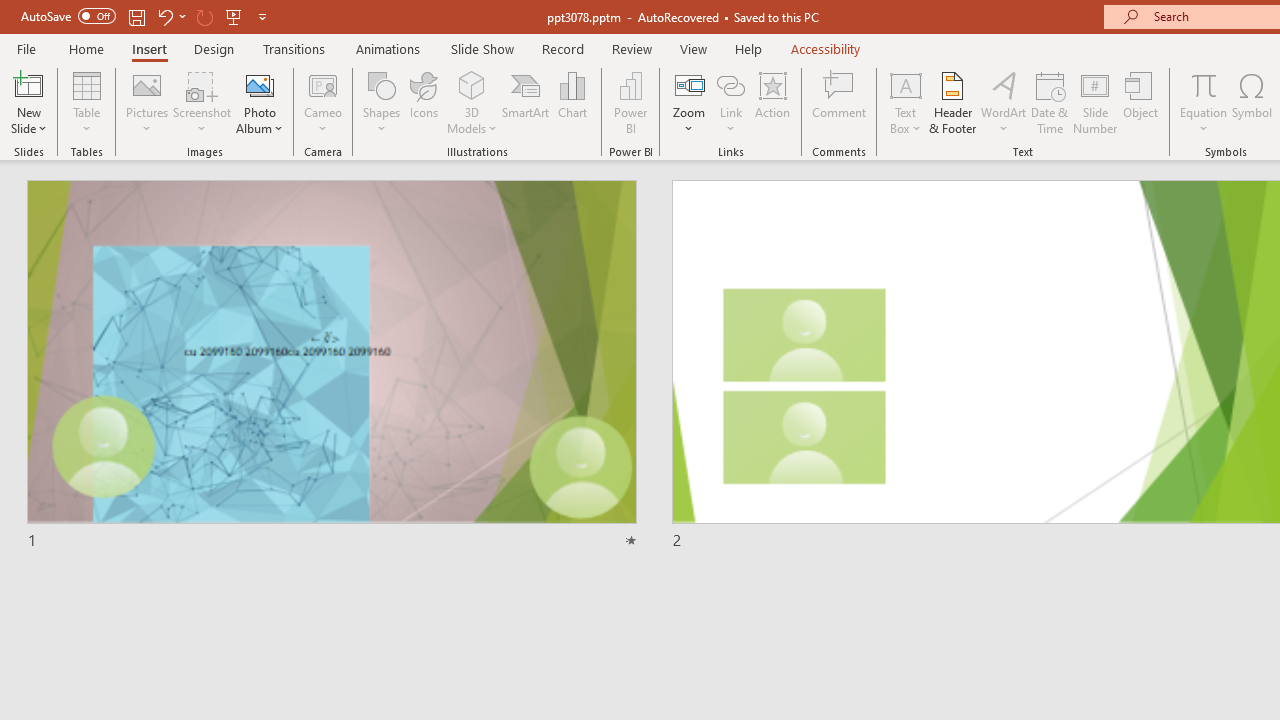 The height and width of the screenshot is (720, 1280). I want to click on 'Link', so click(730, 84).